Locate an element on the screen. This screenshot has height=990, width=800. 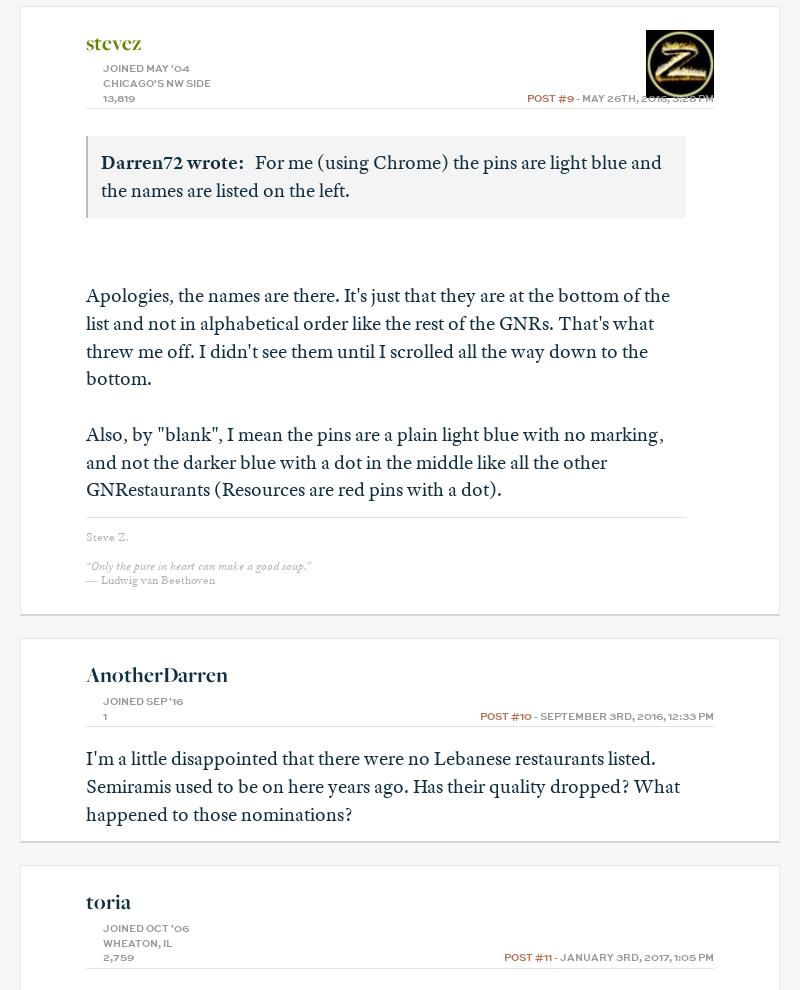
'- May 26th, 2016, 3:28 pm' is located at coordinates (643, 98).